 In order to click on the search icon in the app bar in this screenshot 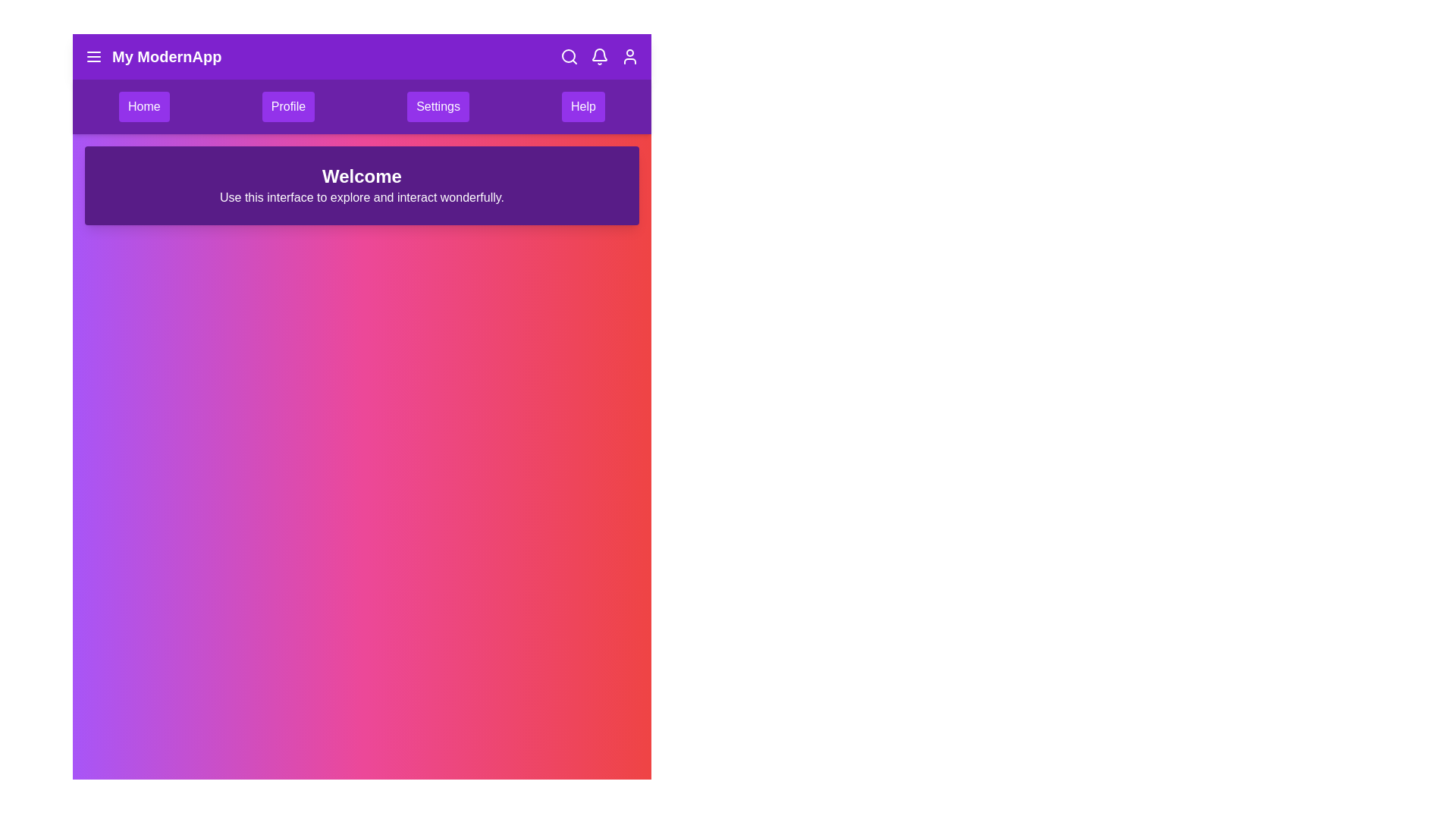, I will do `click(568, 55)`.